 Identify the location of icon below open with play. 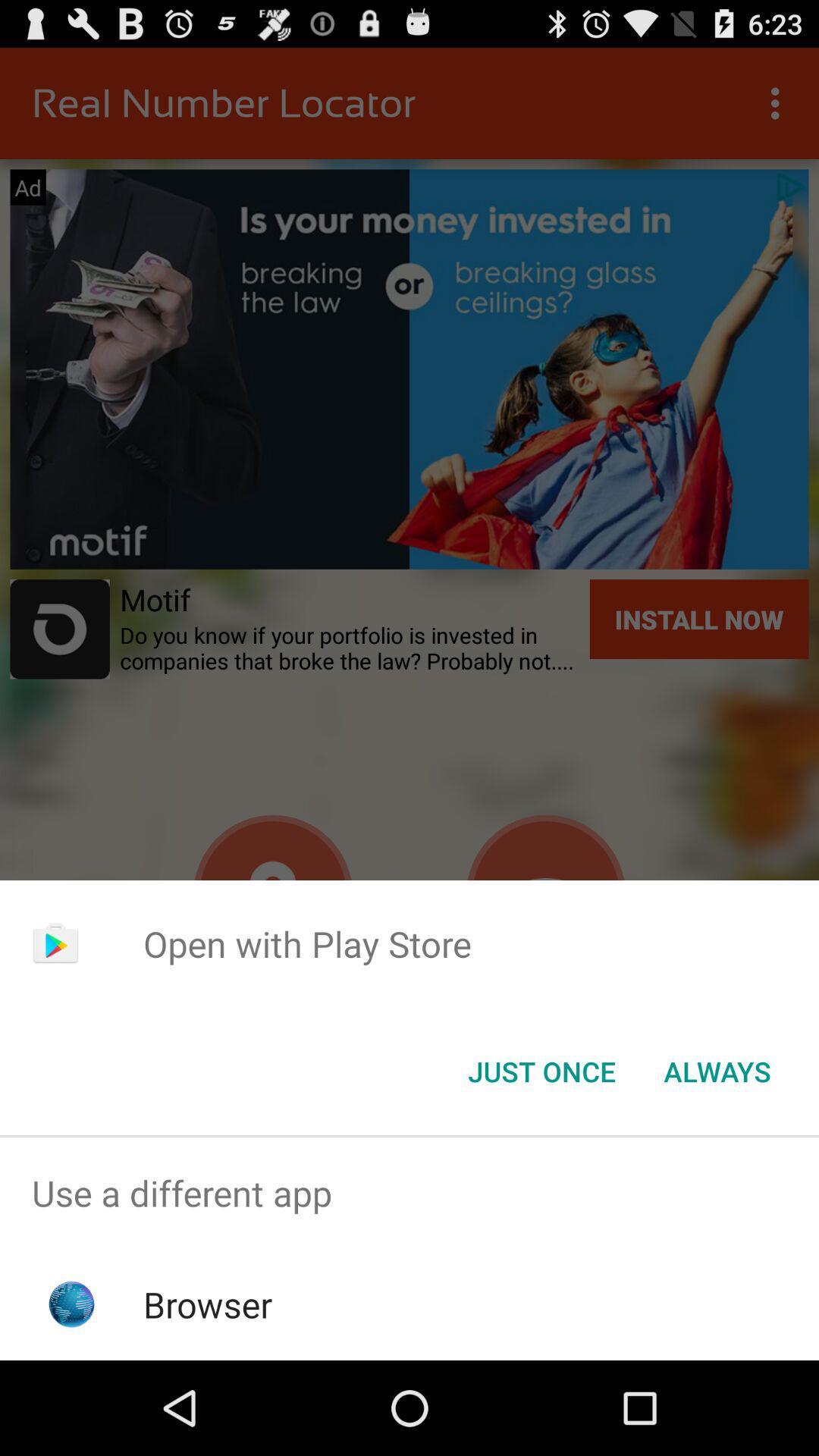
(541, 1070).